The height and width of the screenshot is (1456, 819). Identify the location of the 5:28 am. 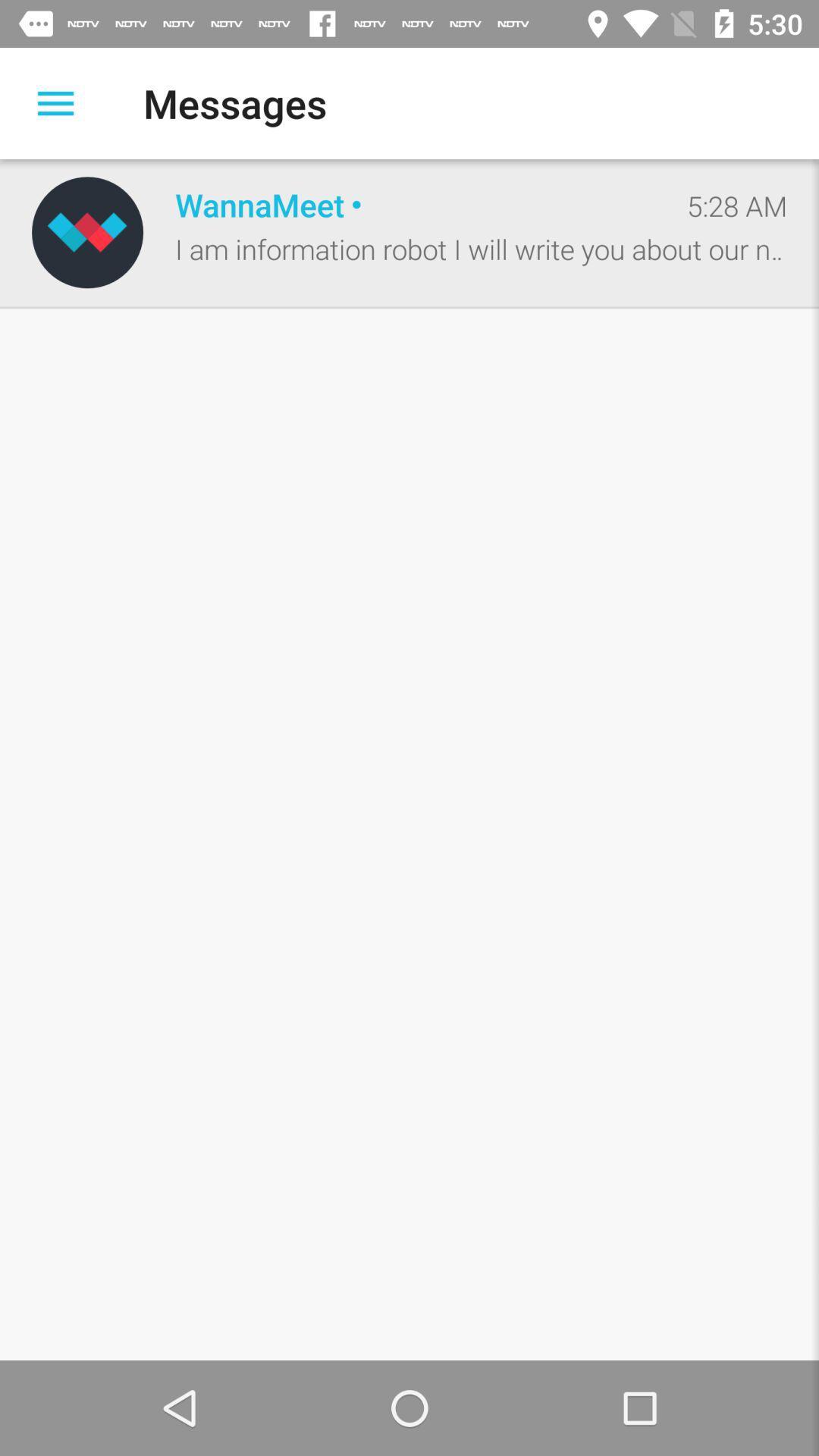
(736, 205).